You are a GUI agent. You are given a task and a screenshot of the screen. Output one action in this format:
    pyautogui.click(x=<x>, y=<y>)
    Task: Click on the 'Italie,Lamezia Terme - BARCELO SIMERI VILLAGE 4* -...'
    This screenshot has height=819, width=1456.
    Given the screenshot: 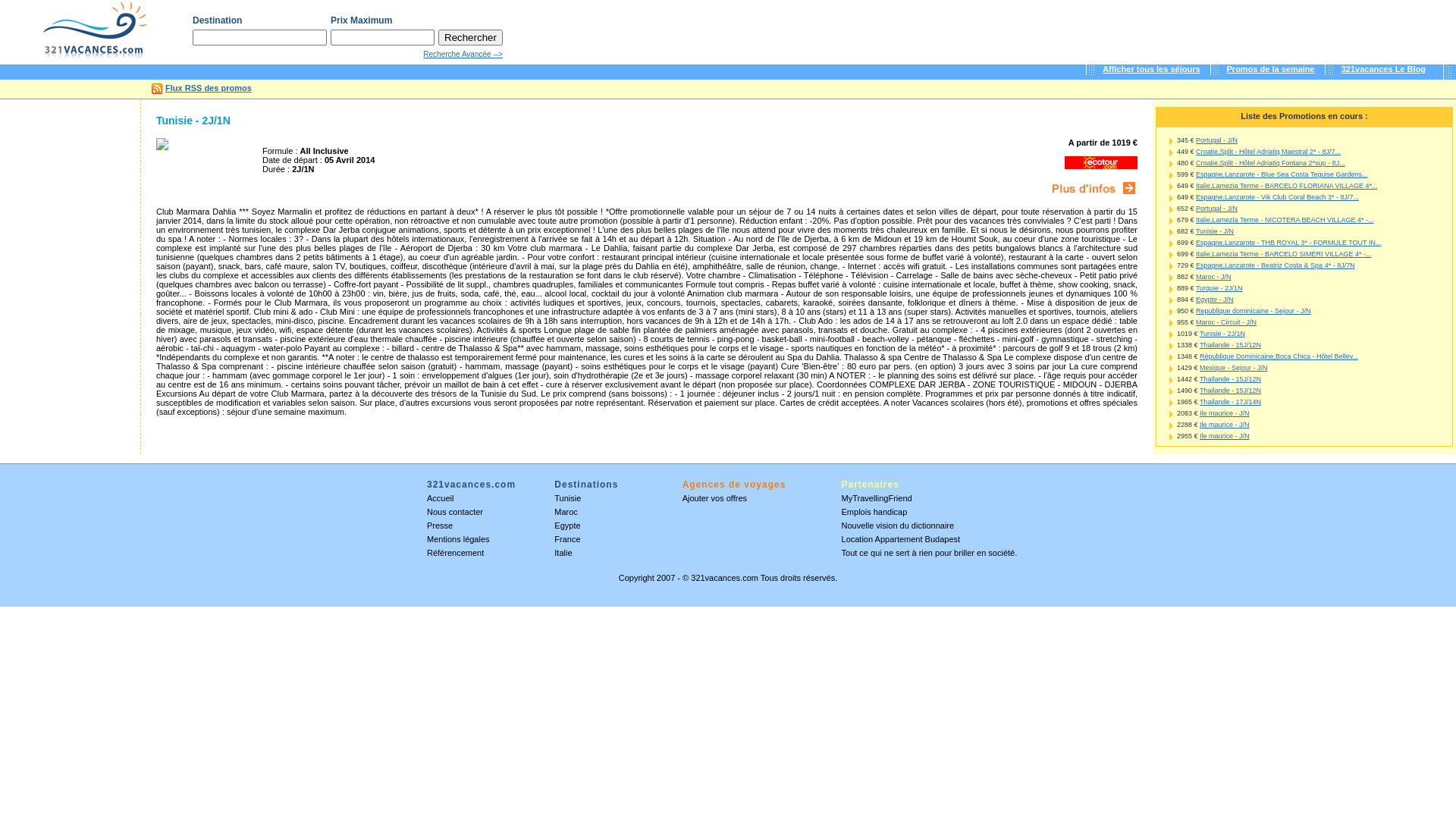 What is the action you would take?
    pyautogui.click(x=1282, y=253)
    